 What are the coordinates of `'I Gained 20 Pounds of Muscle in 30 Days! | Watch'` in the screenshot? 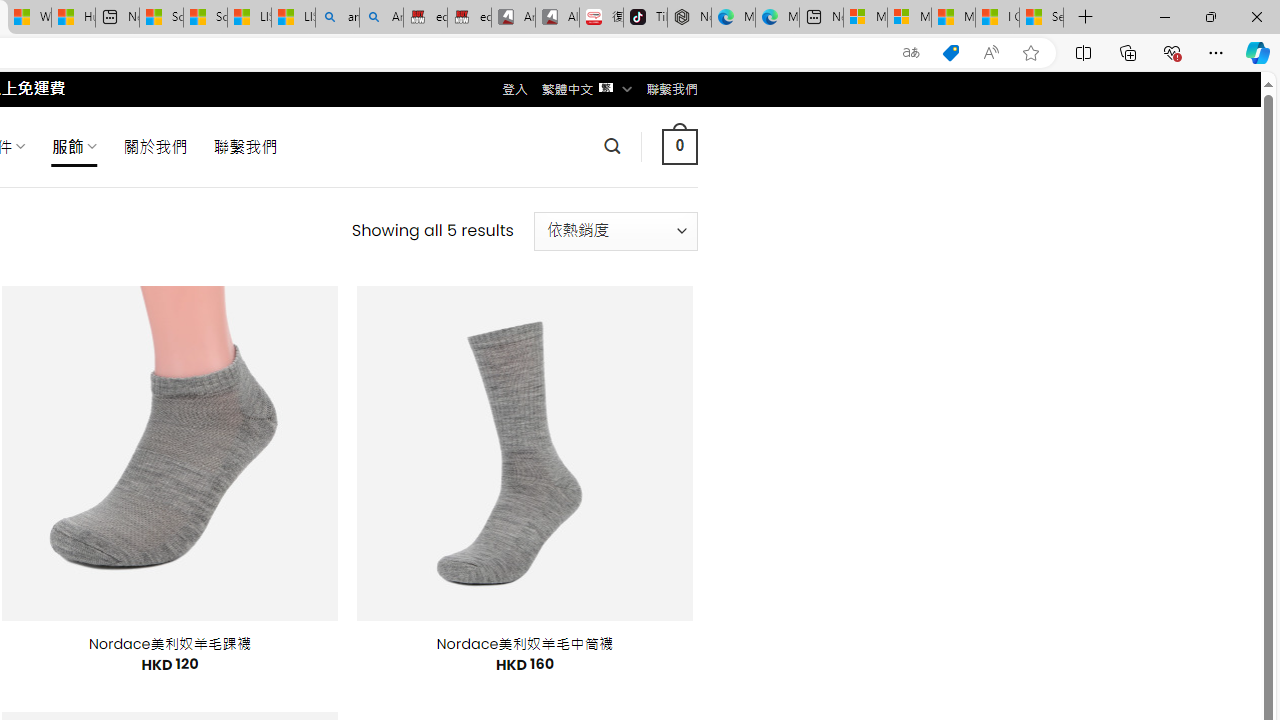 It's located at (997, 17).